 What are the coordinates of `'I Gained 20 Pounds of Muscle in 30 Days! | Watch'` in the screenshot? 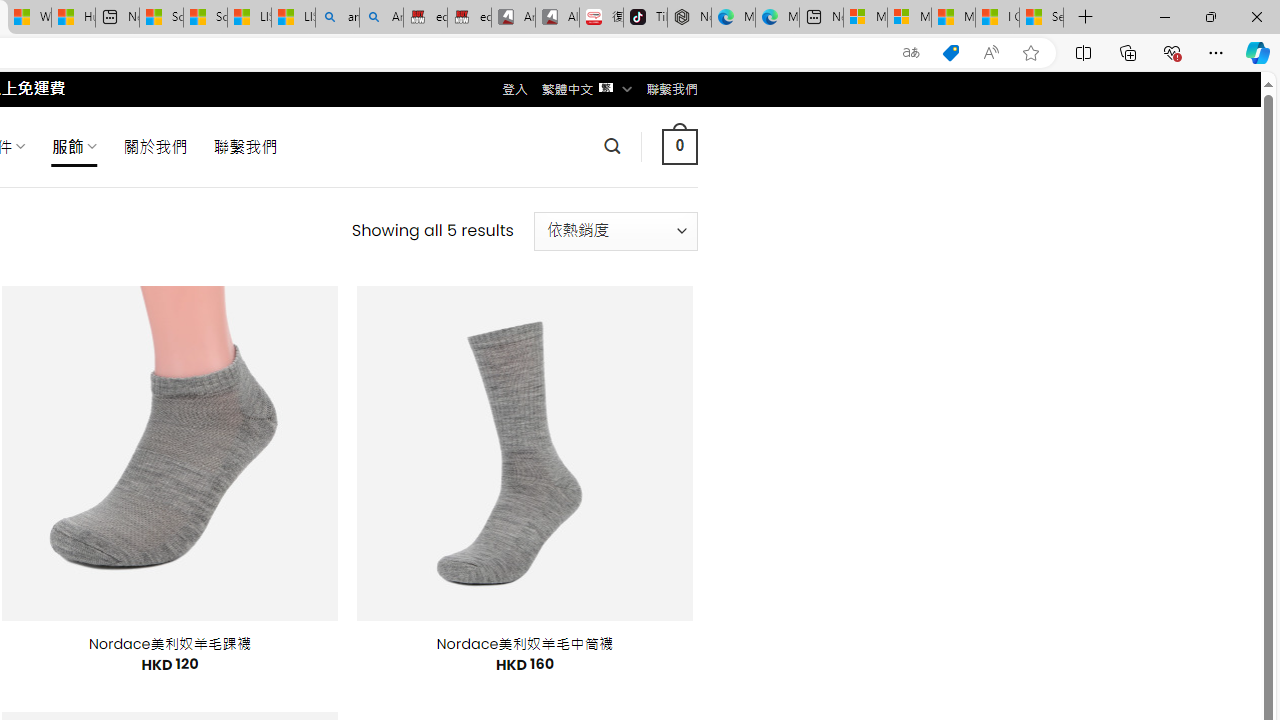 It's located at (997, 17).